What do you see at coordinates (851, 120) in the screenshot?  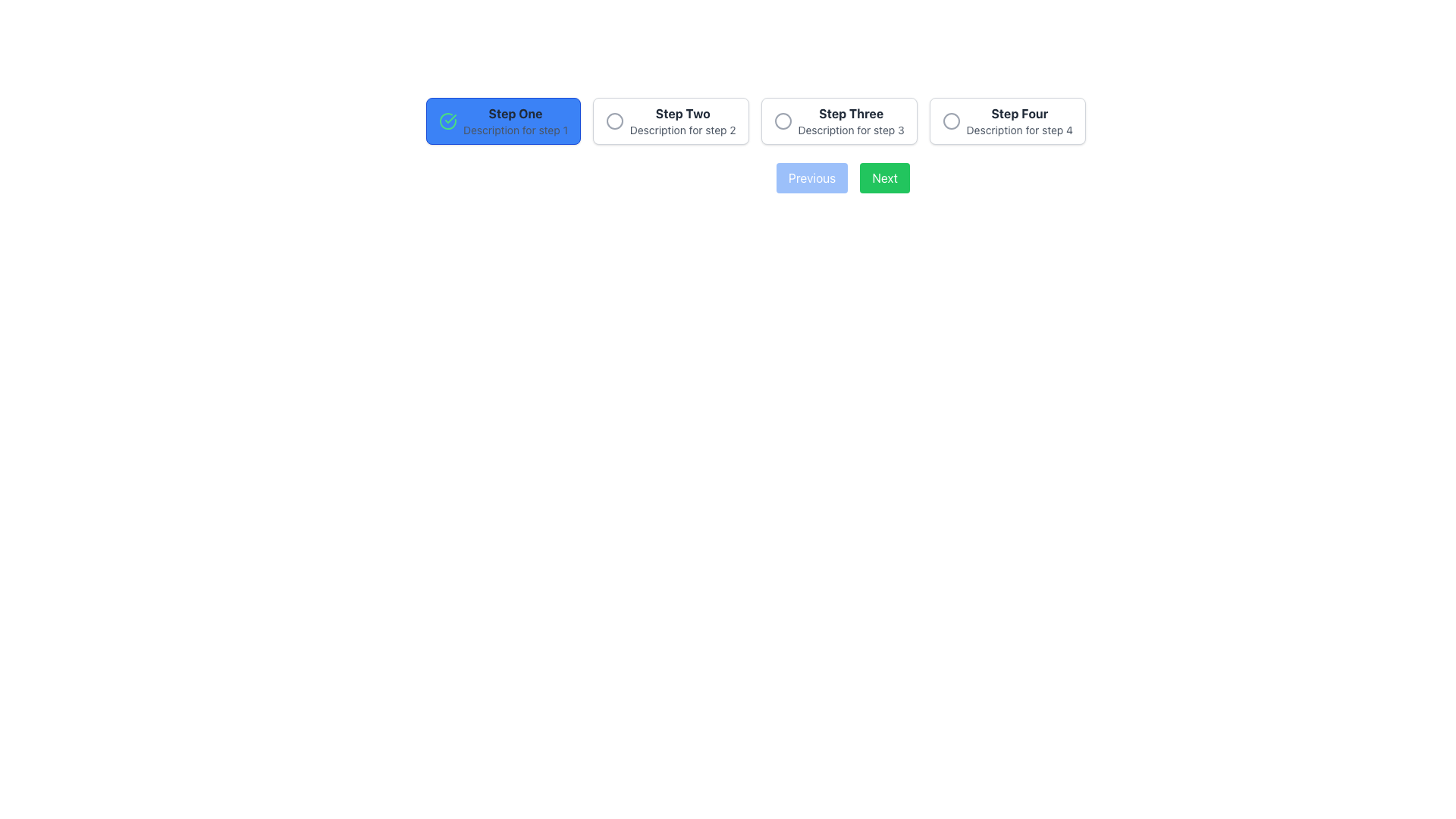 I see `the 'Step Three' indicator element for keyboard navigation` at bounding box center [851, 120].